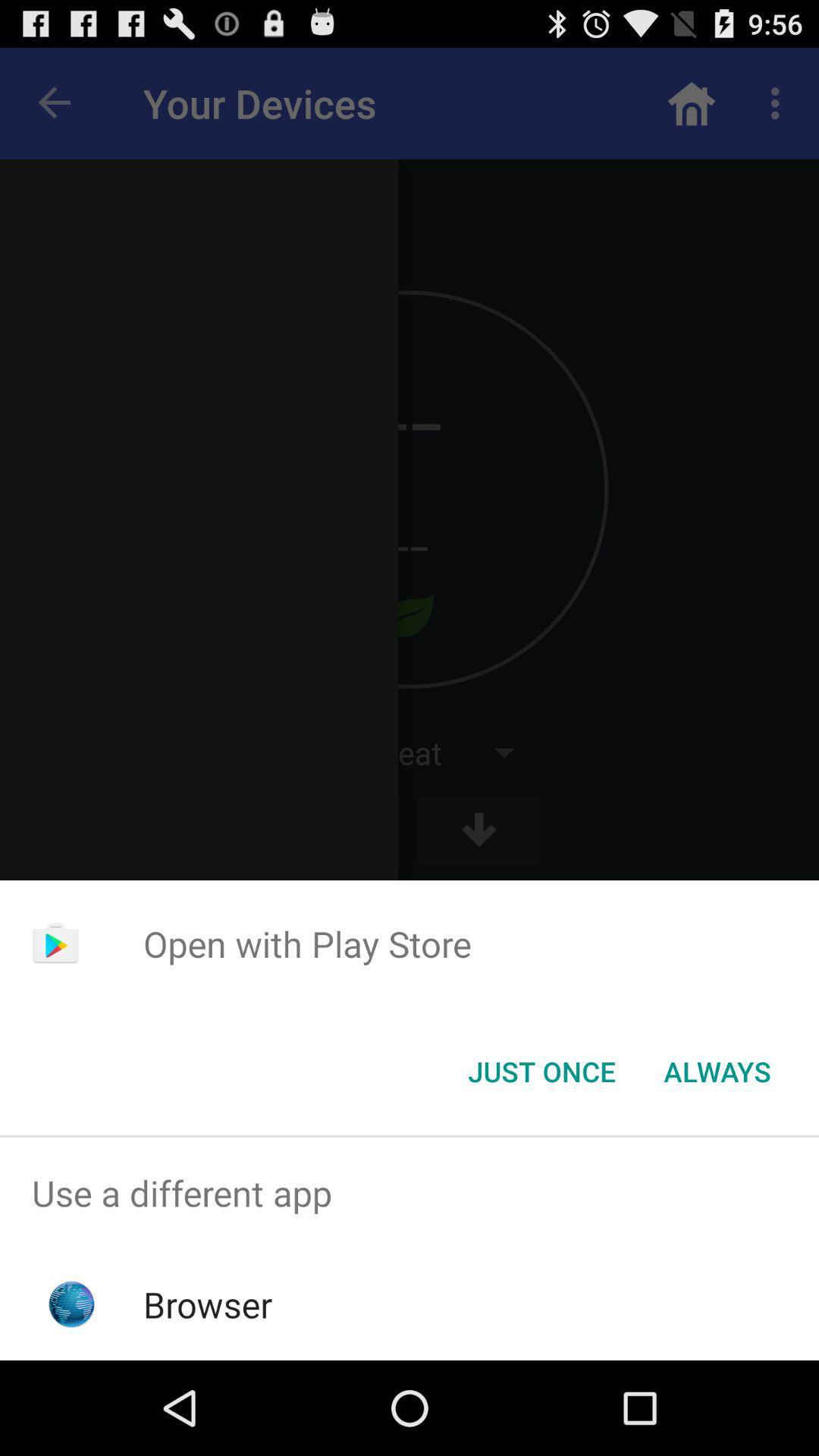  I want to click on always item, so click(717, 1070).